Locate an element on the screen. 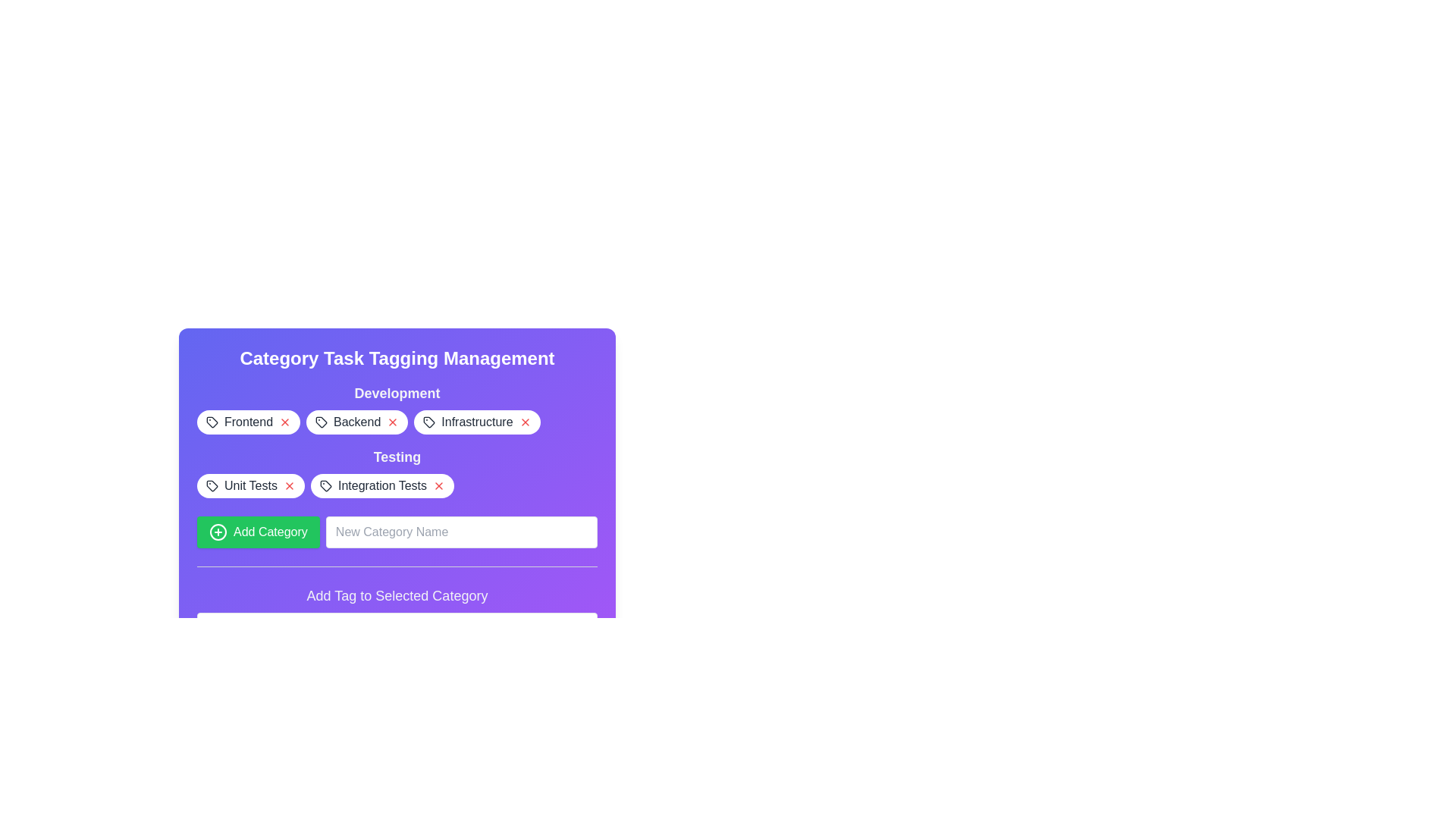 The width and height of the screenshot is (1456, 819). the red cross icon on the first tag labeled 'Frontend' is located at coordinates (248, 422).